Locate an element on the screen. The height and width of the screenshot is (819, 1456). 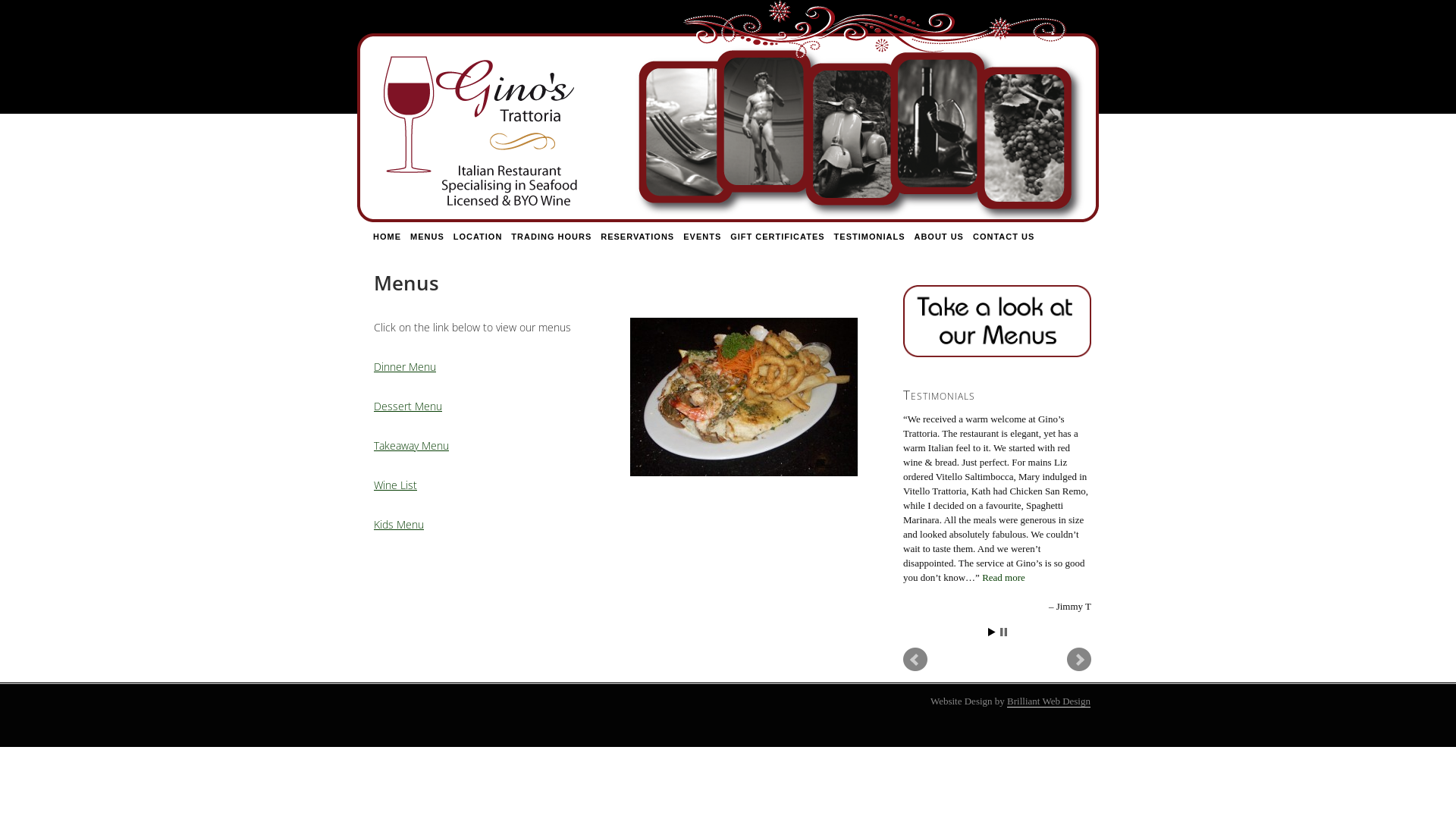
'Read more' is located at coordinates (1003, 577).